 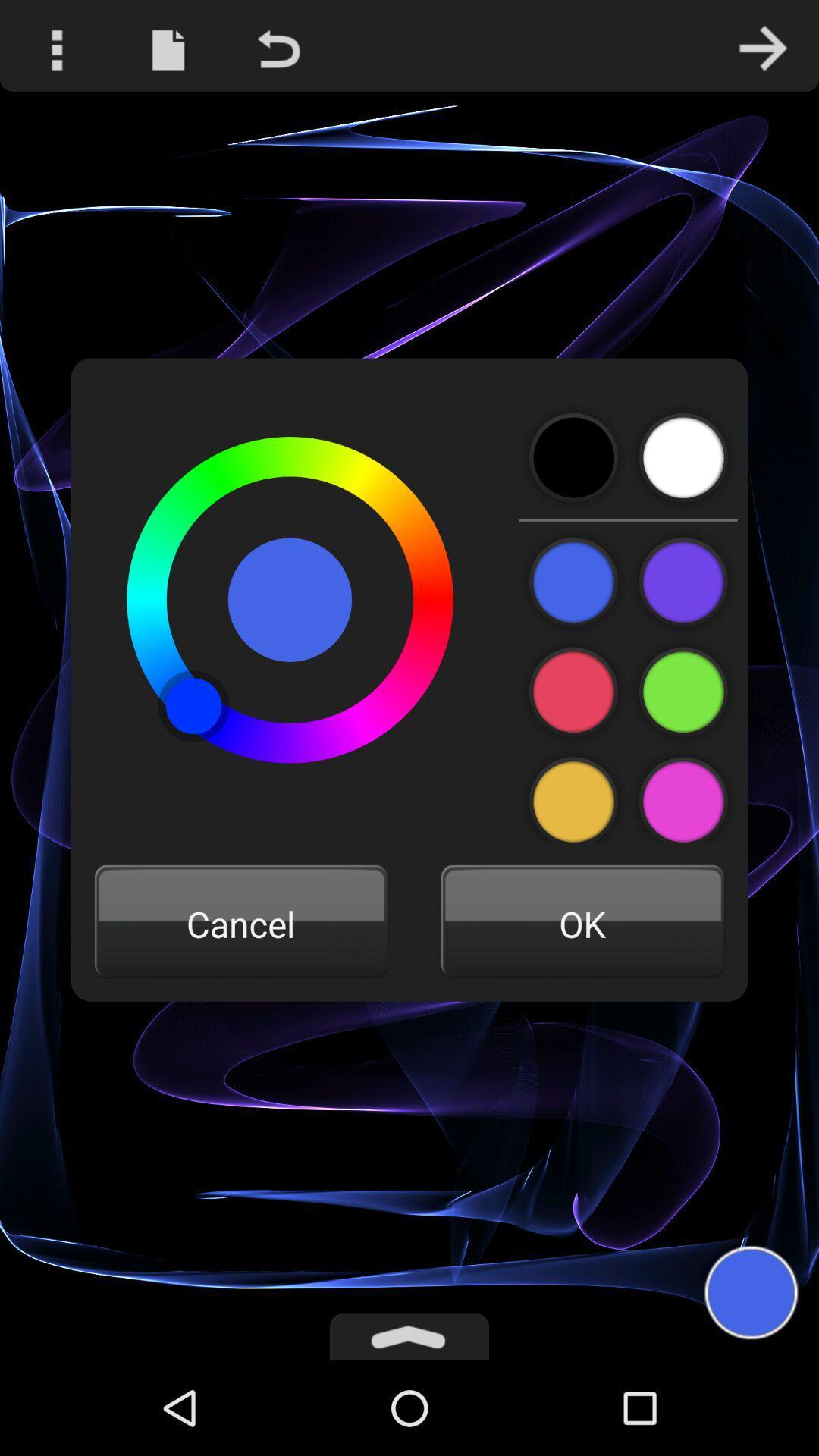 I want to click on waiter, so click(x=683, y=457).